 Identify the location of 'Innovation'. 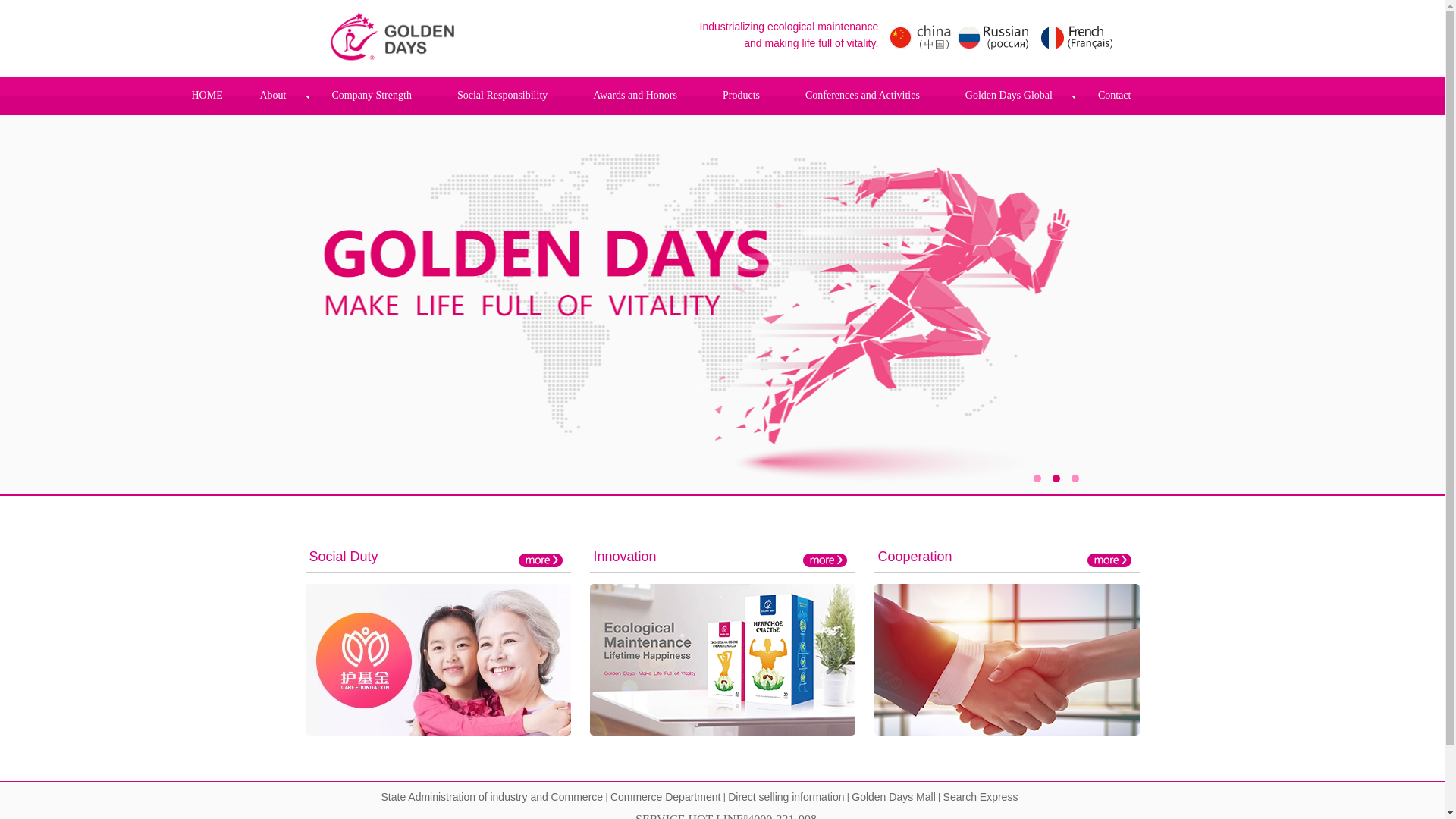
(624, 556).